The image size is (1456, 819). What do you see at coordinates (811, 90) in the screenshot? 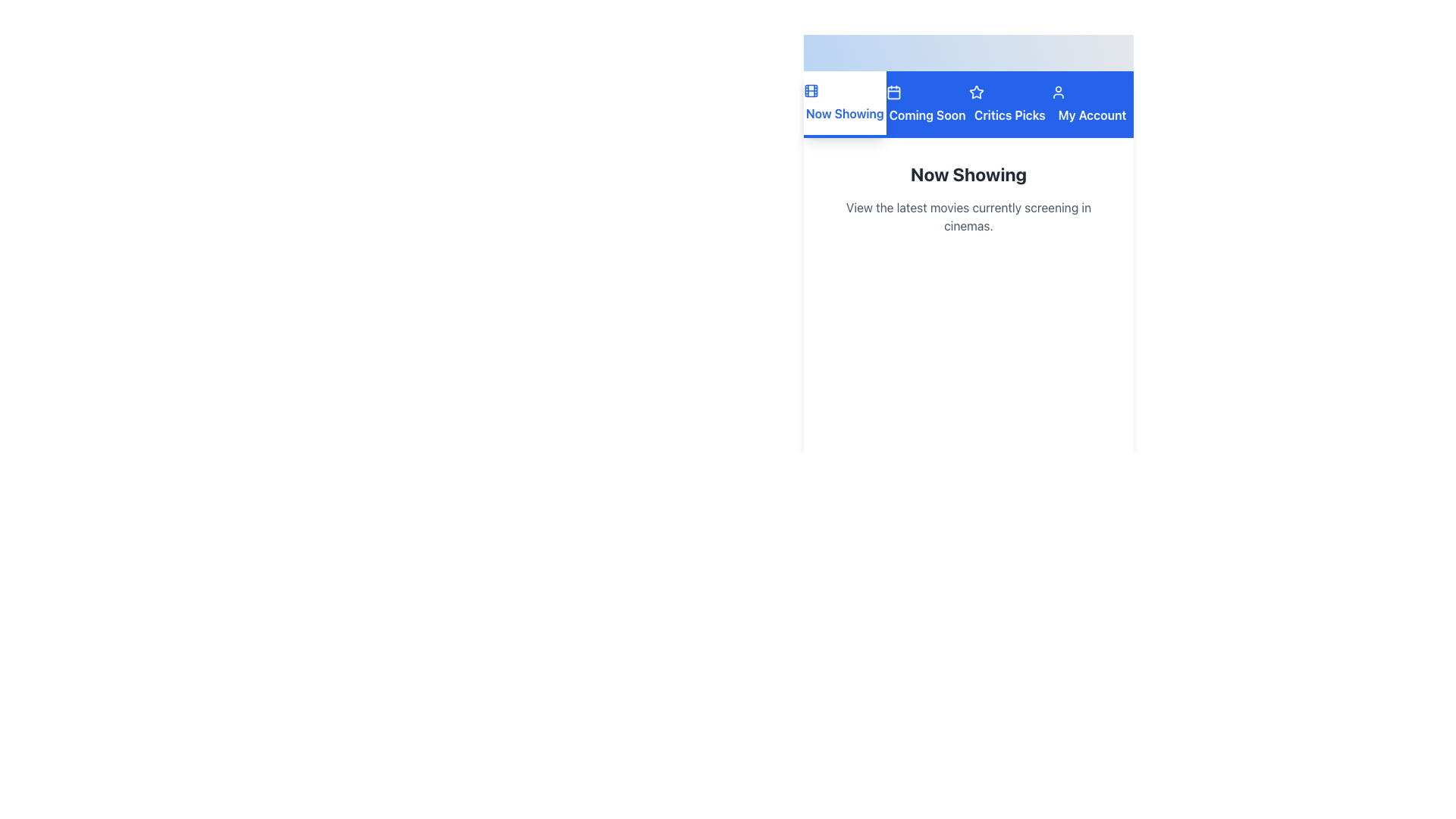
I see `the 'Now Showing' icon located at the leftmost end of the horizontal navigation bar near the top of the interface` at bounding box center [811, 90].